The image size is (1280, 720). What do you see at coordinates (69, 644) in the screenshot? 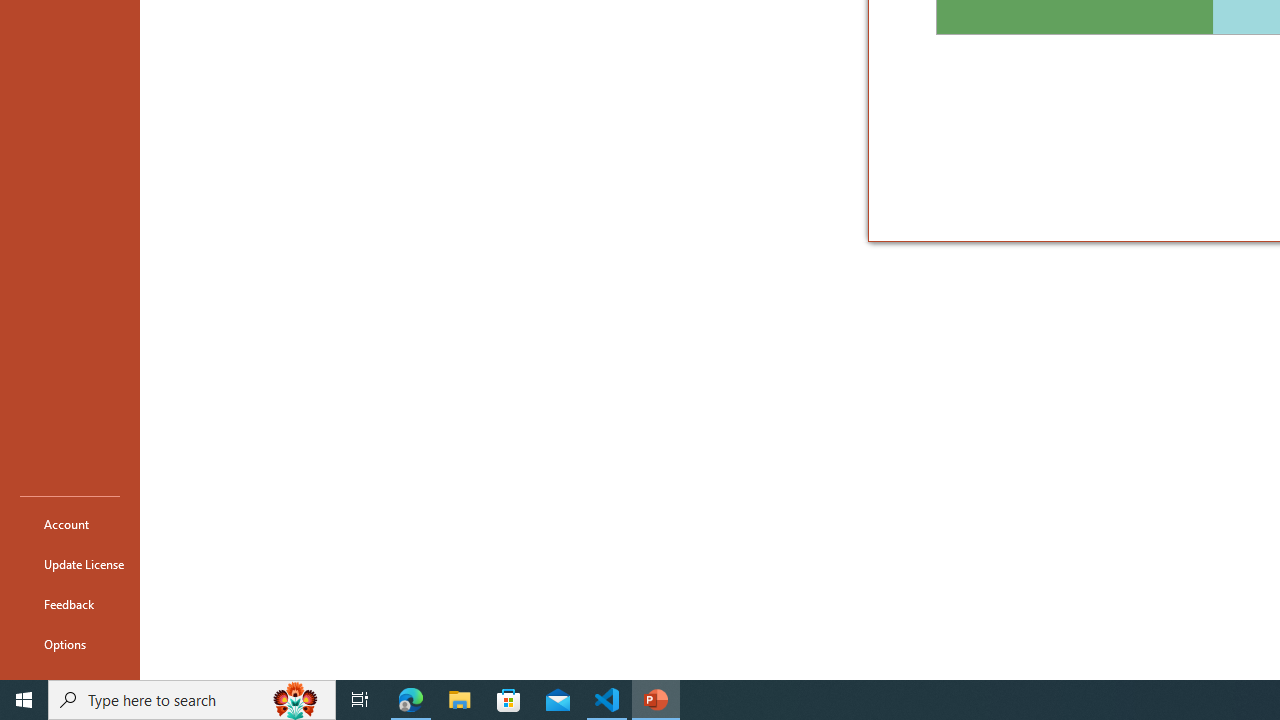
I see `'Options'` at bounding box center [69, 644].